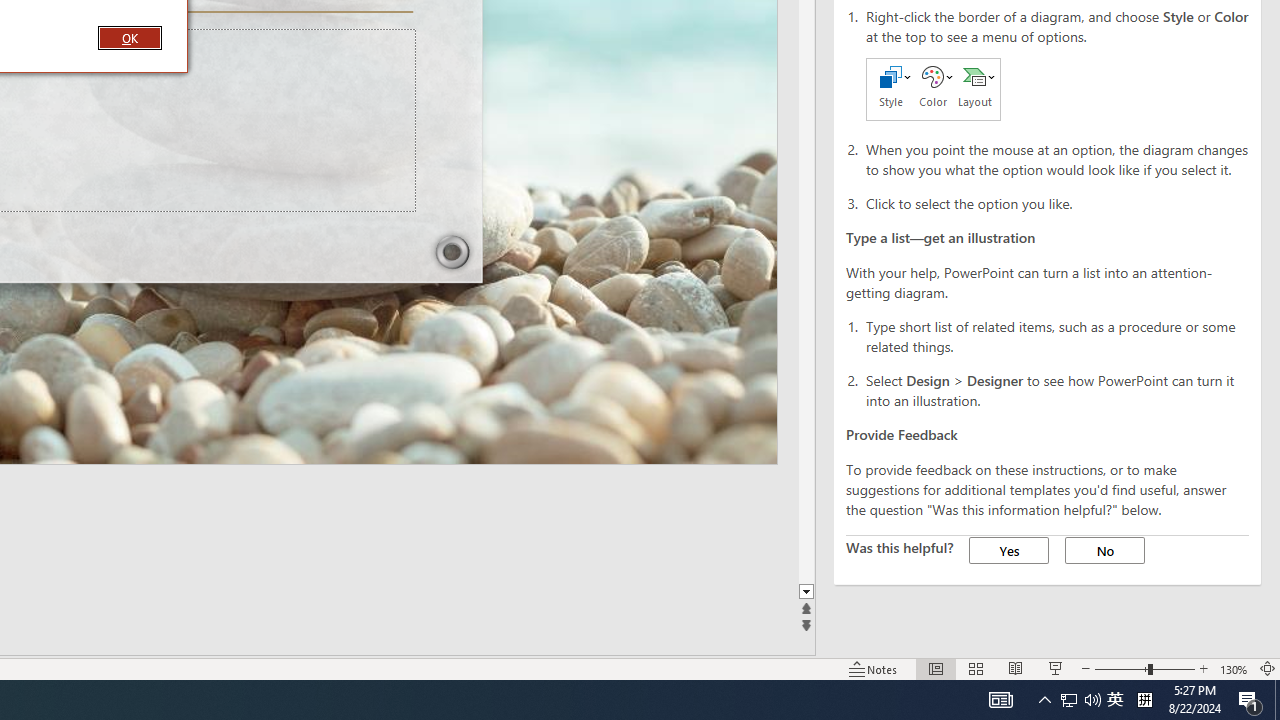  What do you see at coordinates (1104, 550) in the screenshot?
I see `'No'` at bounding box center [1104, 550].